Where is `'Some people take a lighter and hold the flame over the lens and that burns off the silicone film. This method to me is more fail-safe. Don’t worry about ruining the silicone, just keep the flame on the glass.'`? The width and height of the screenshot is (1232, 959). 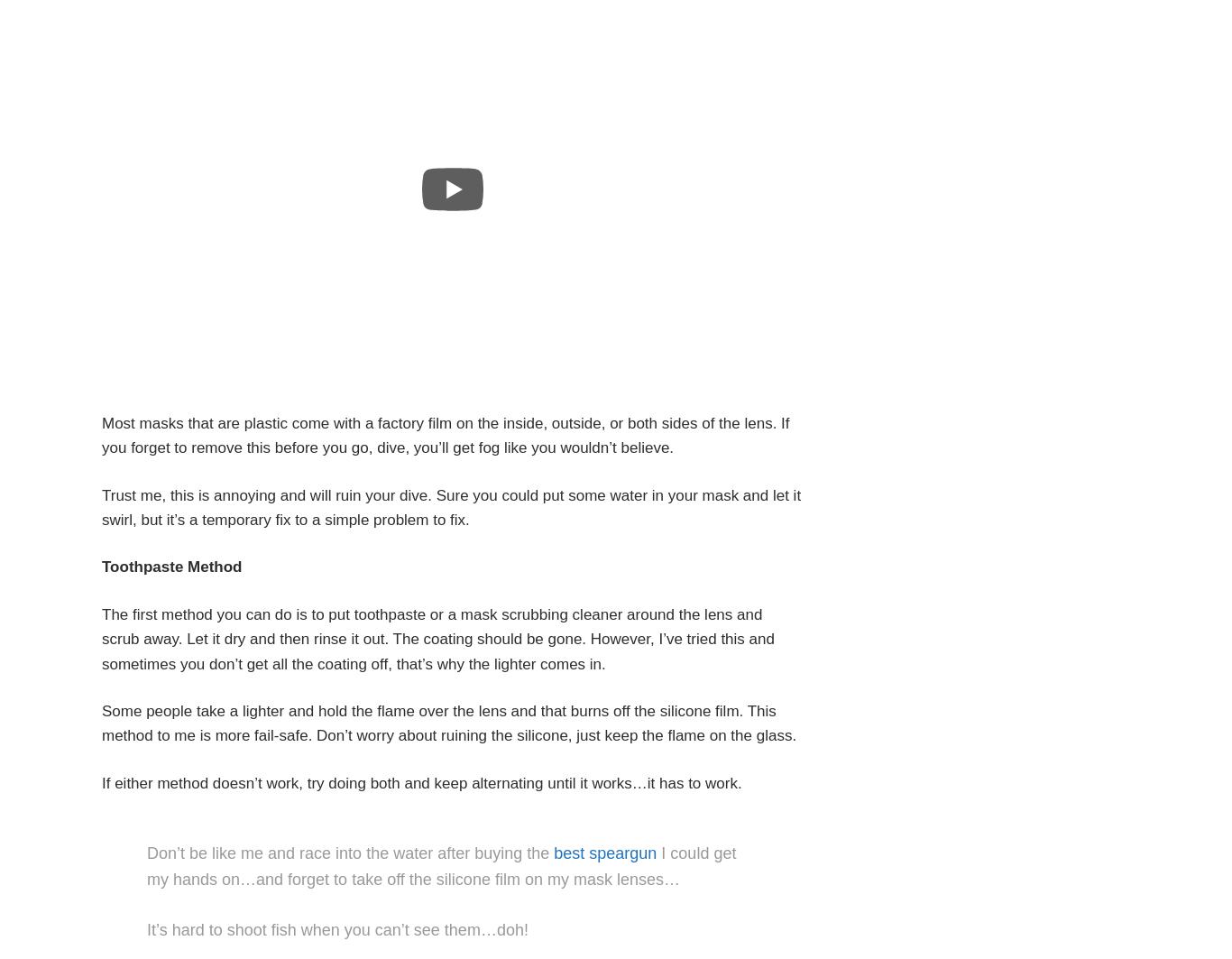 'Some people take a lighter and hold the flame over the lens and that burns off the silicone film. This method to me is more fail-safe. Don’t worry about ruining the silicone, just keep the flame on the glass.' is located at coordinates (449, 723).